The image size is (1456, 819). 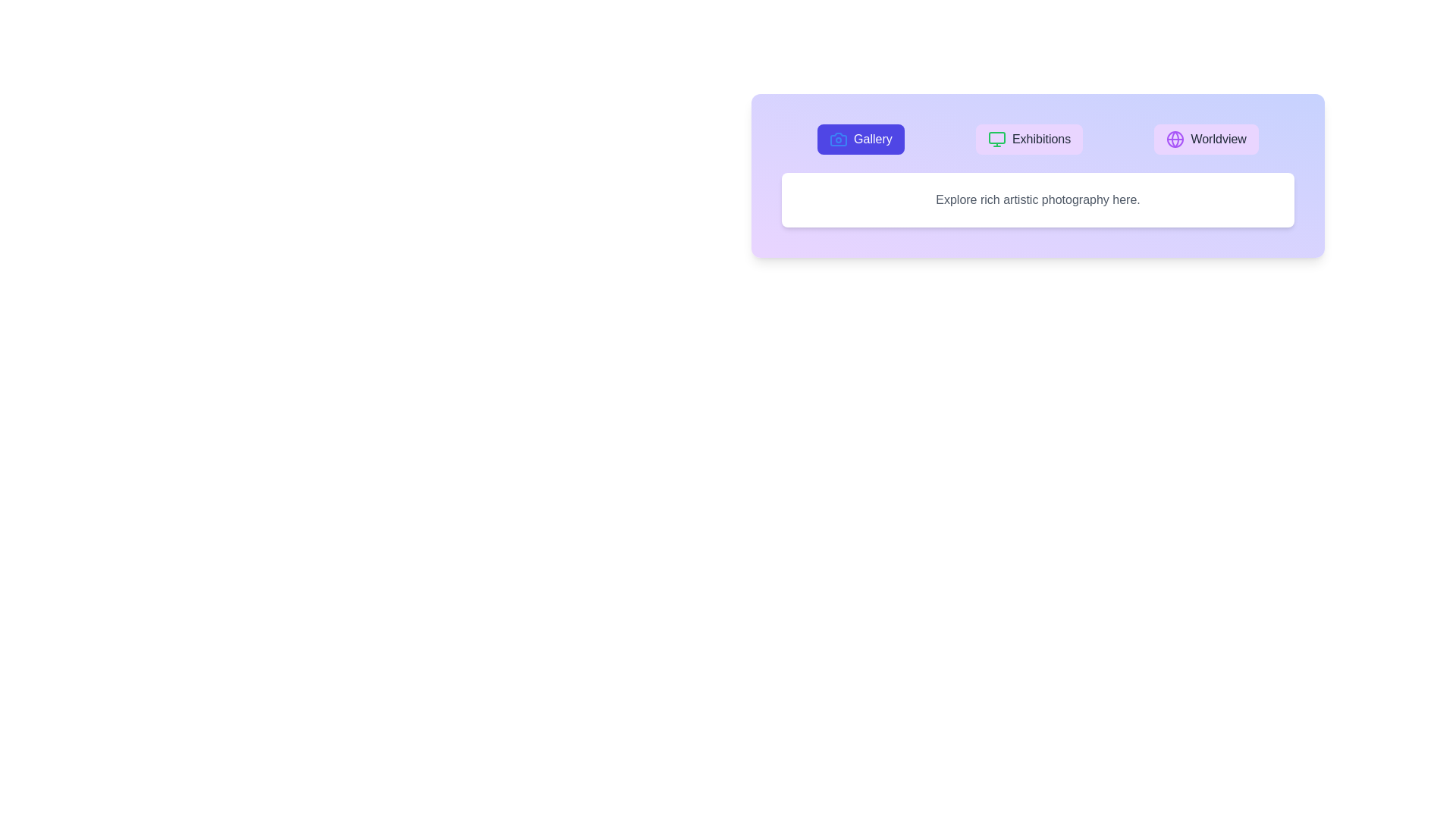 I want to click on the Gallery tab button to see its hover effect, so click(x=861, y=140).